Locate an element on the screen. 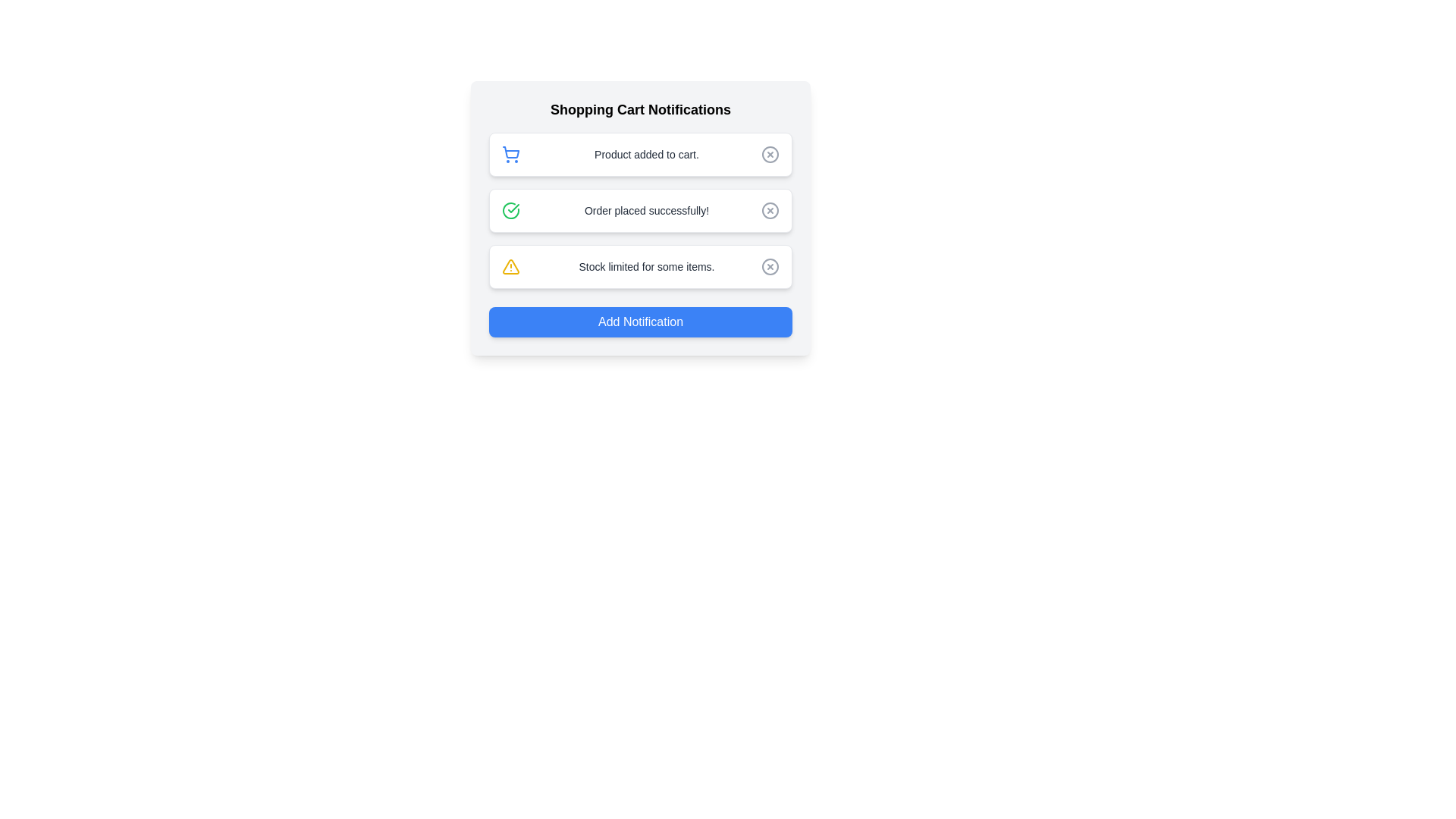 The height and width of the screenshot is (819, 1456). the graphical circle element representing the close action in the 'Order placed successfully!' notification is located at coordinates (770, 210).